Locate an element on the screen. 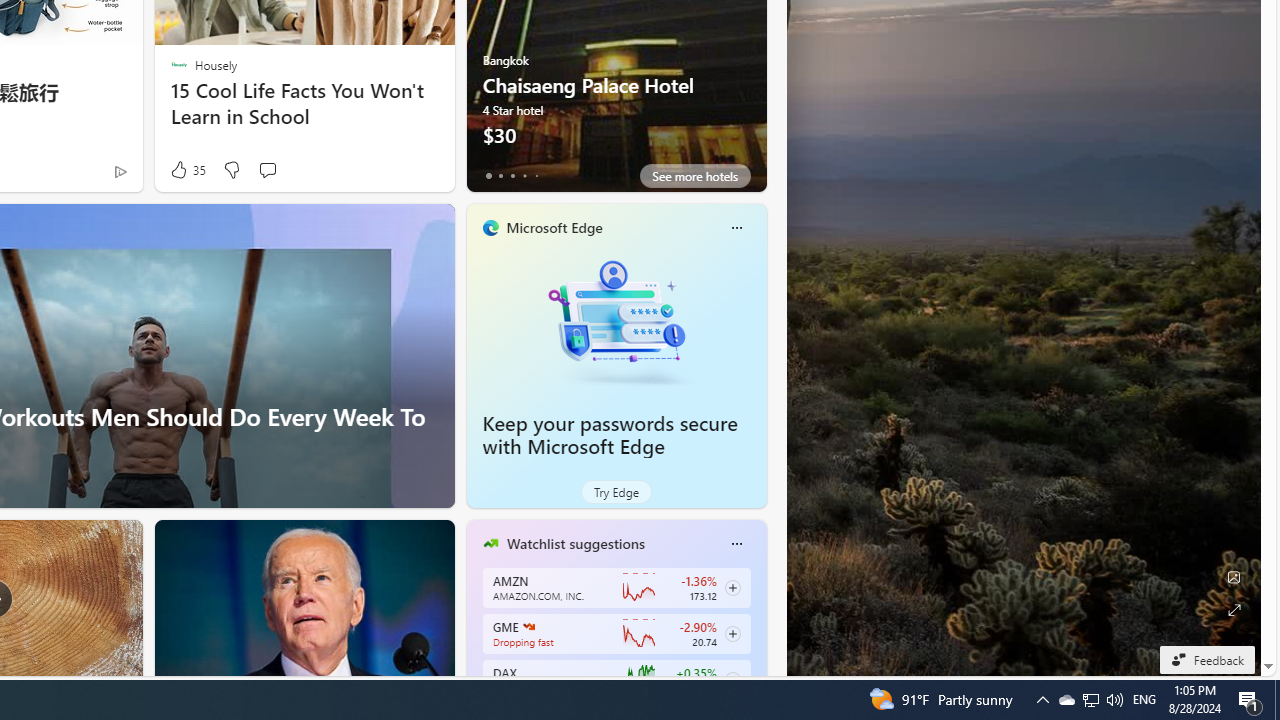 The height and width of the screenshot is (720, 1280). 'Expand background' is located at coordinates (1232, 609).